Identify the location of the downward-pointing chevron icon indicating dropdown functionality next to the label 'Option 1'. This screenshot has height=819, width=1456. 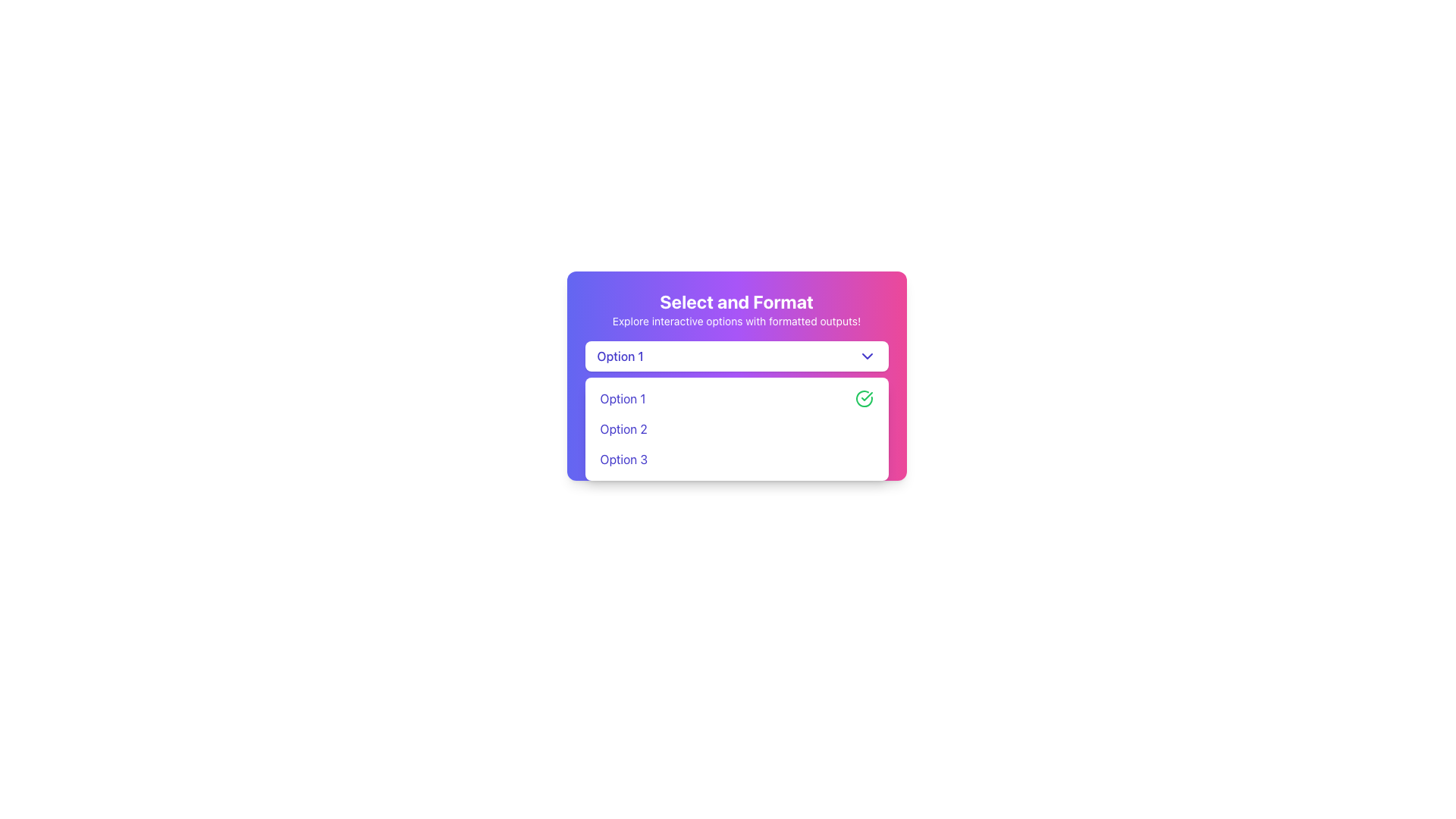
(867, 356).